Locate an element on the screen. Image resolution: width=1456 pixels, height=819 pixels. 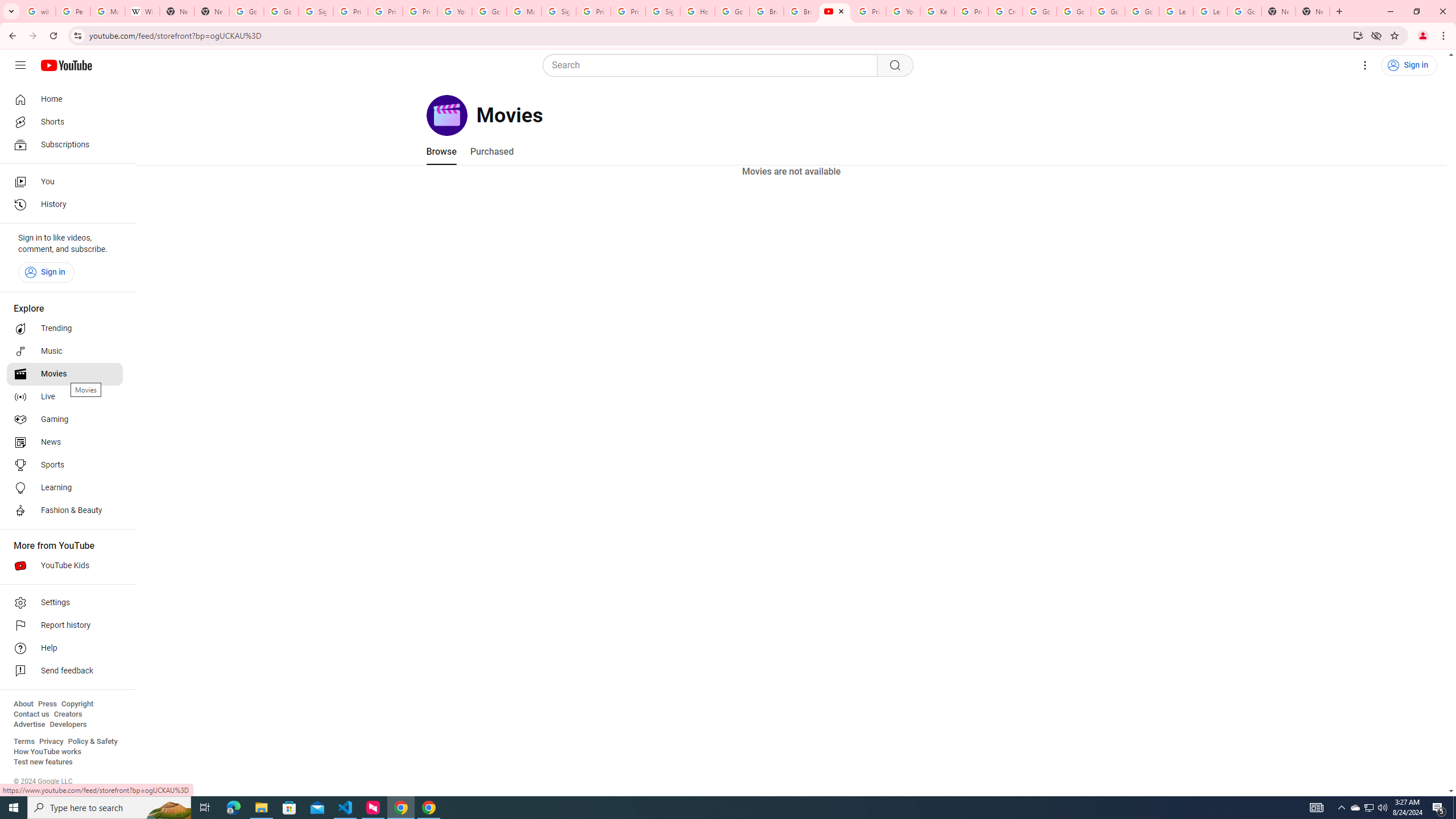
'Movies' is located at coordinates (64, 374).